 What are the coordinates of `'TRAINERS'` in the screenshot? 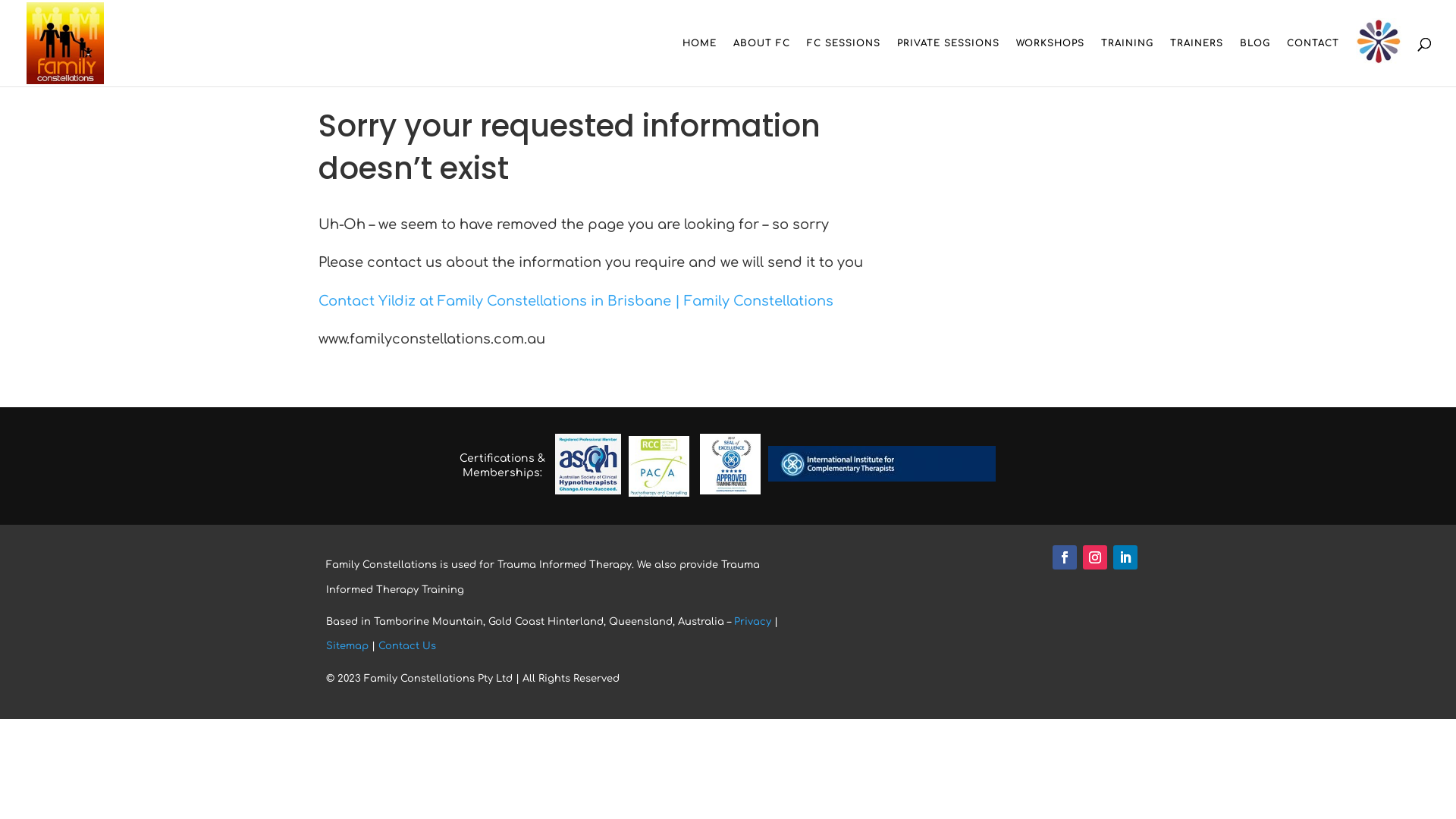 It's located at (1196, 61).